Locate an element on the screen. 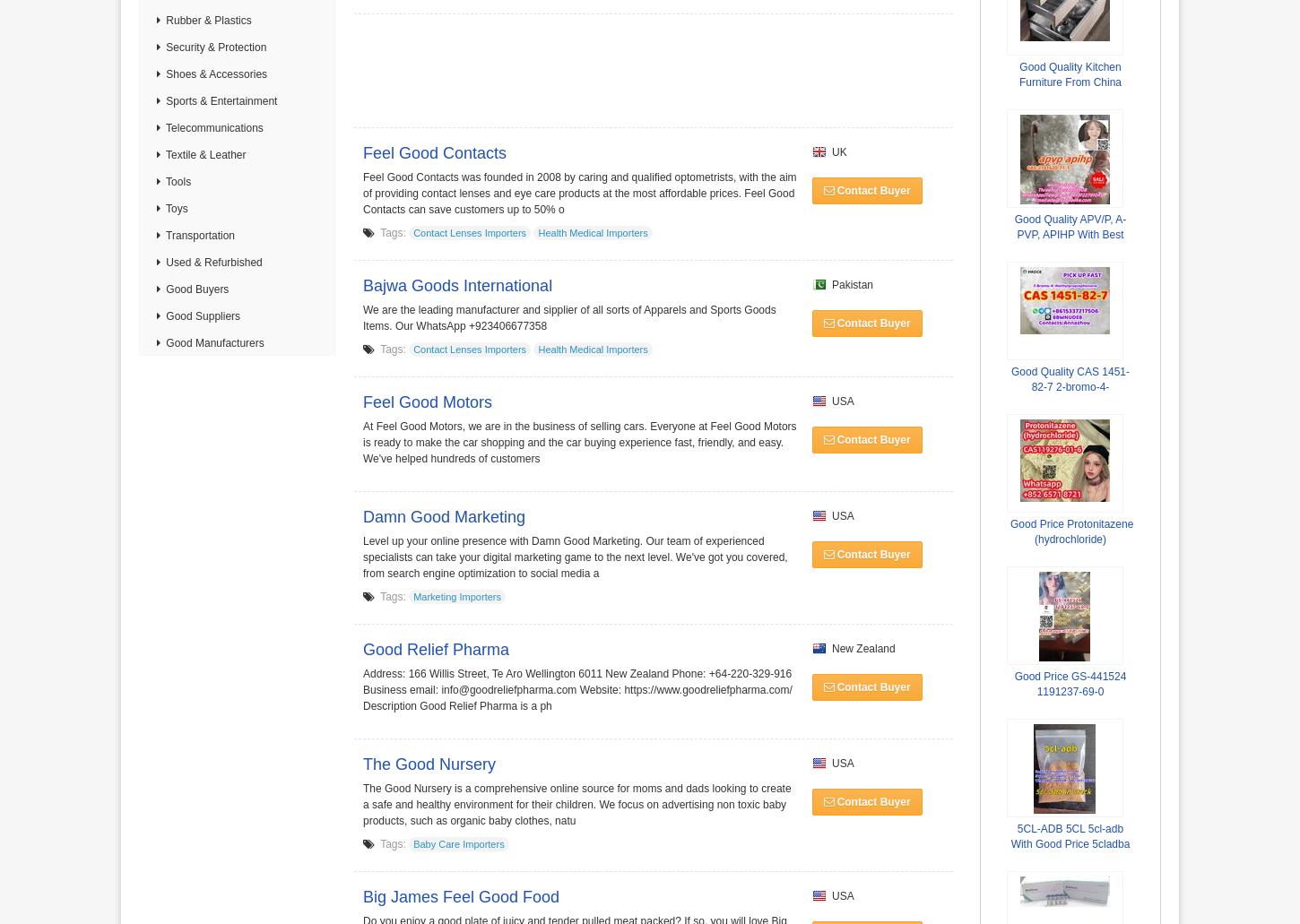 This screenshot has width=1300, height=924. 'Good Buyers' is located at coordinates (195, 289).